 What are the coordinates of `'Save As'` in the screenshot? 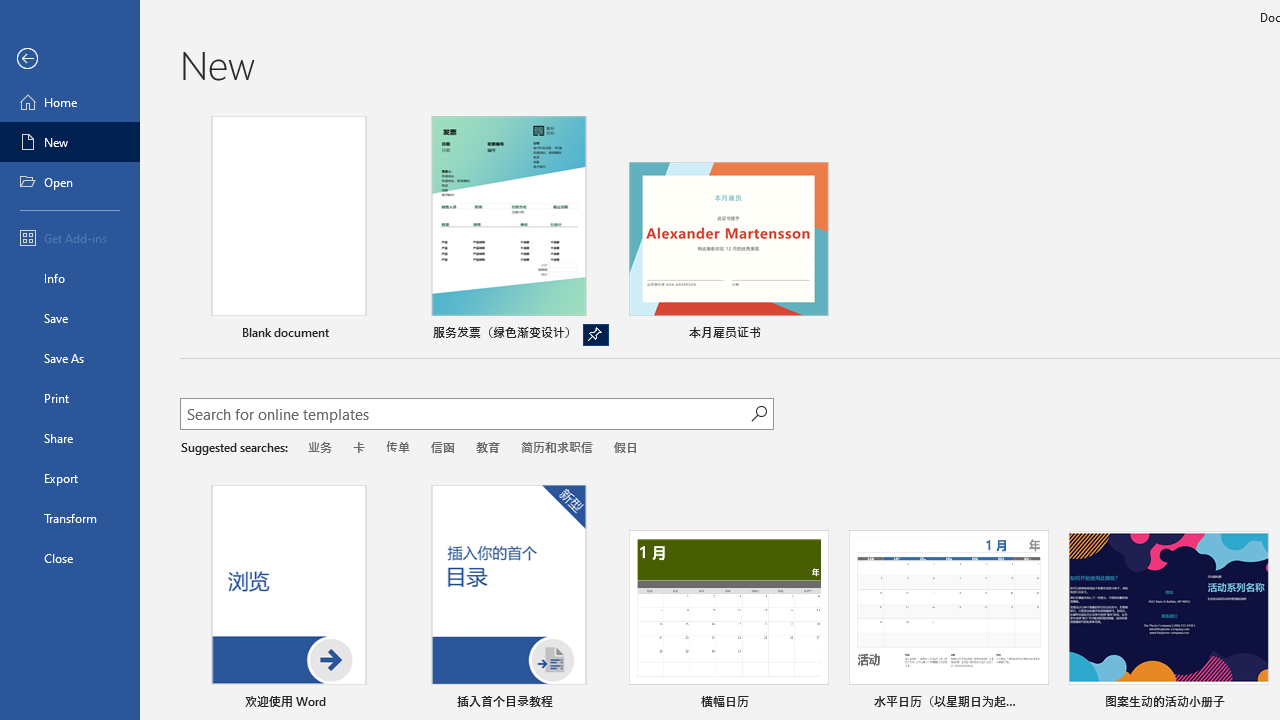 It's located at (69, 356).